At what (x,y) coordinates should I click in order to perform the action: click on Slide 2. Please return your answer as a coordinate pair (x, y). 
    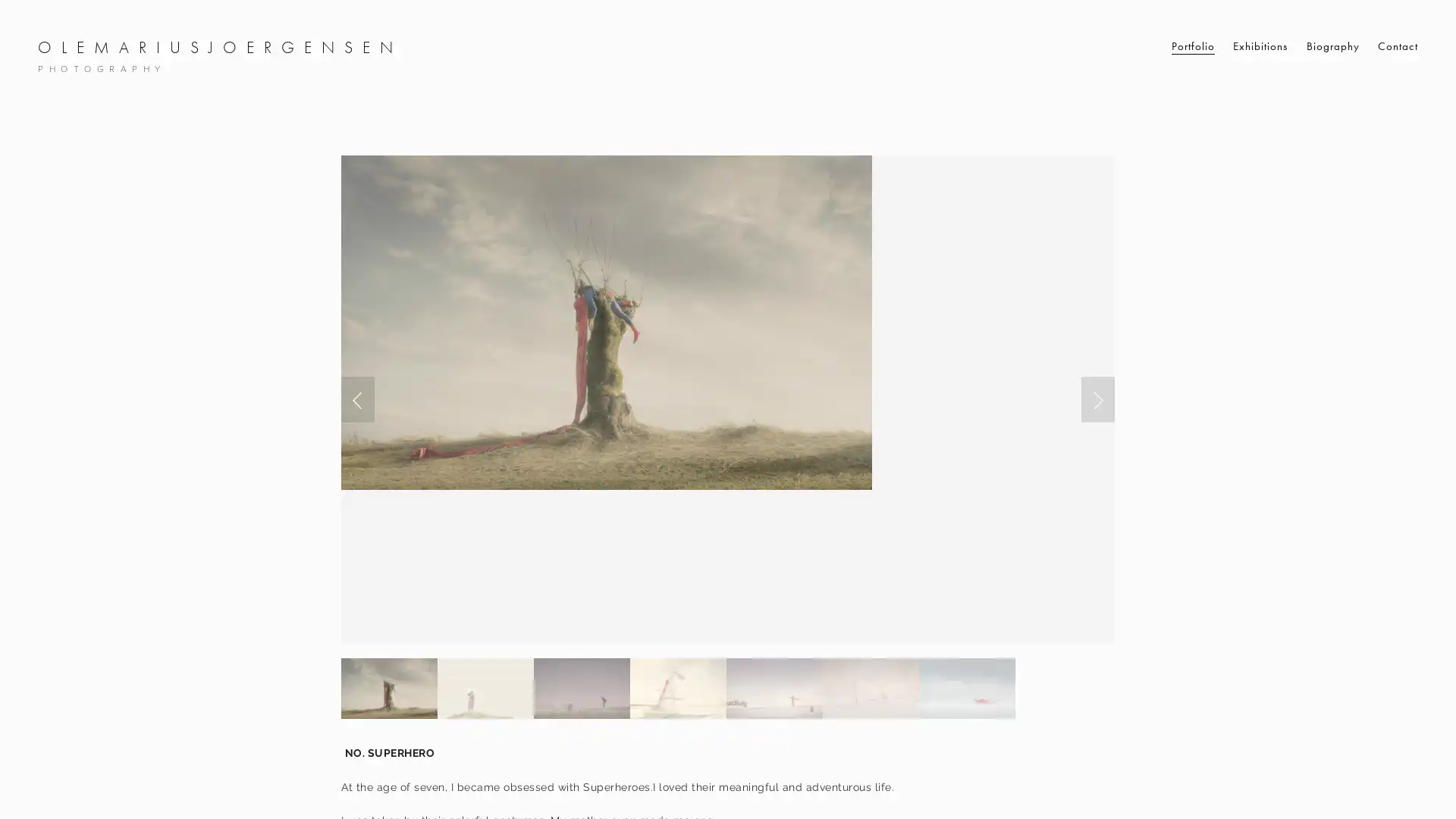
    Looking at the image, I should click on (535, 687).